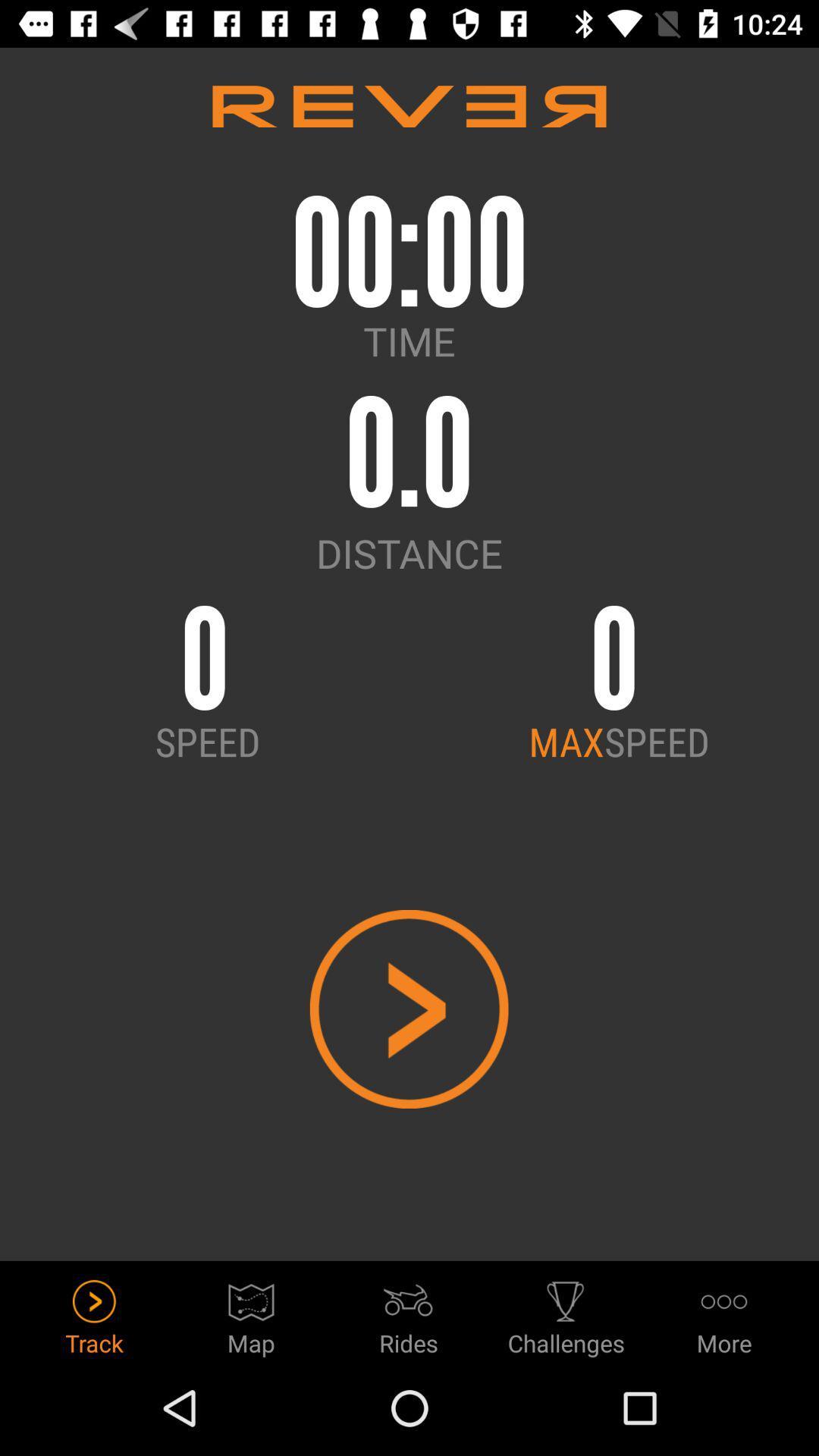 The image size is (819, 1456). I want to click on rides item, so click(408, 1313).